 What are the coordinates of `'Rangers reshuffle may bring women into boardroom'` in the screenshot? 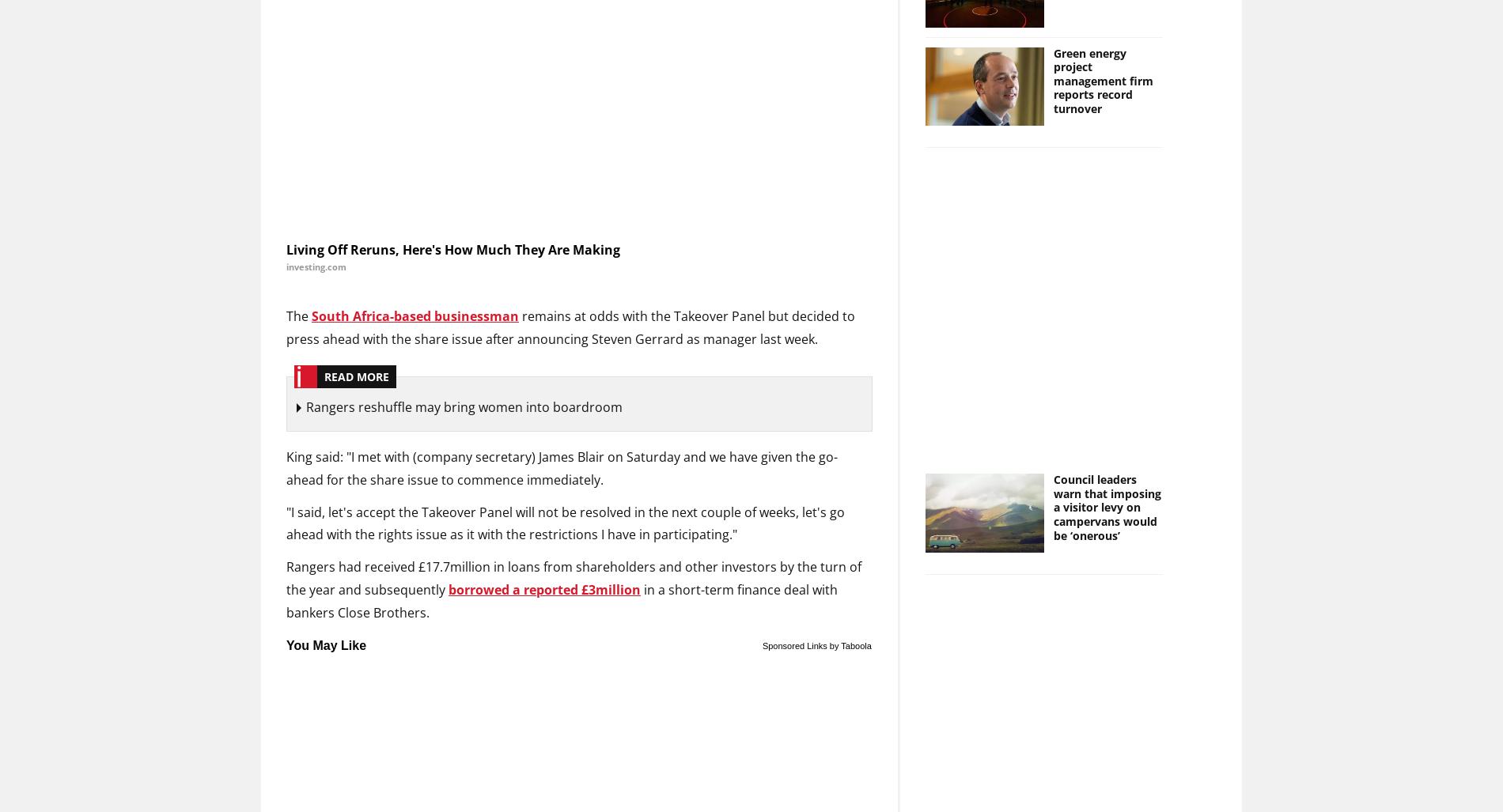 It's located at (464, 406).